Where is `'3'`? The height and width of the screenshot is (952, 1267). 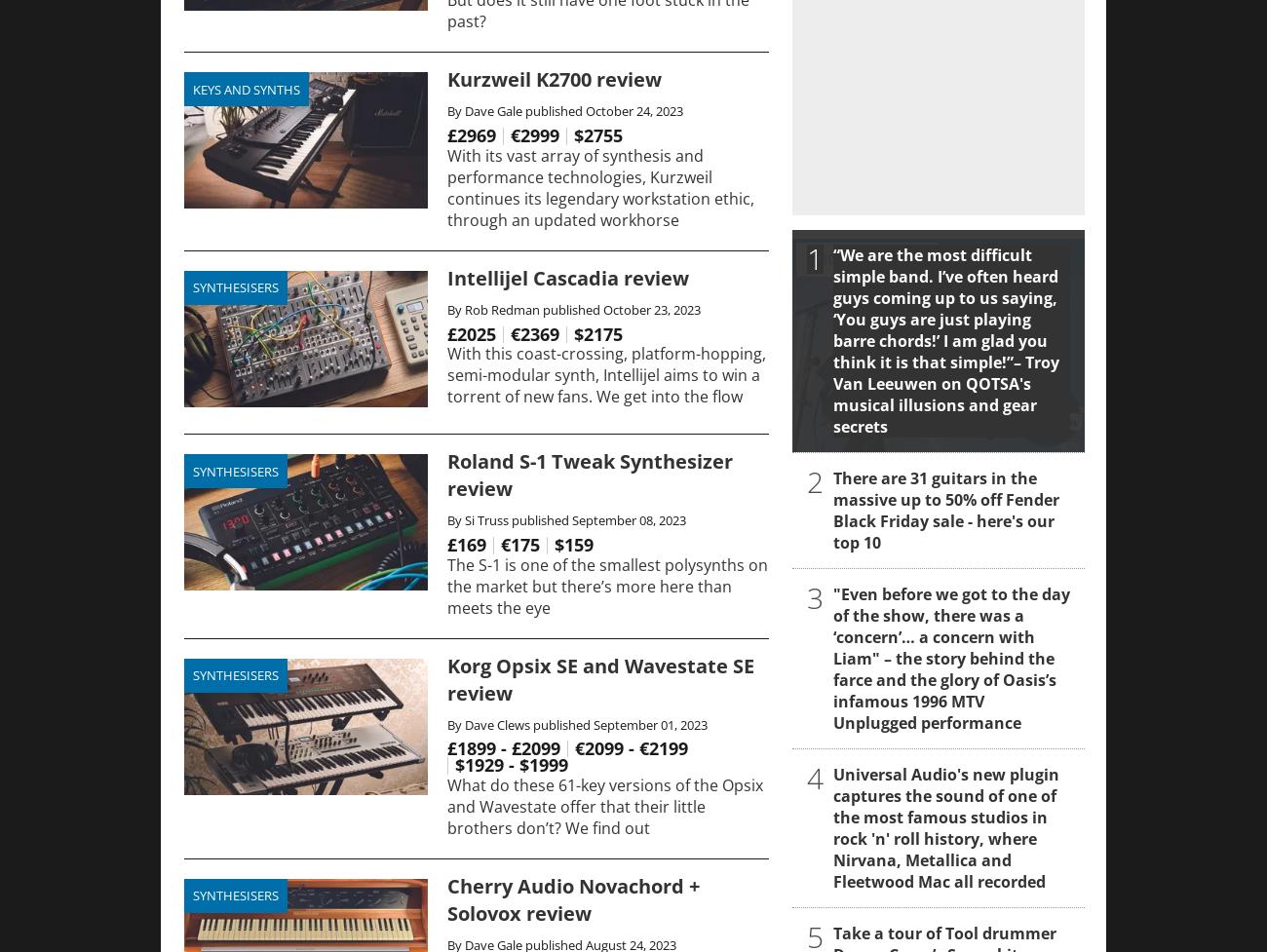 '3' is located at coordinates (815, 596).